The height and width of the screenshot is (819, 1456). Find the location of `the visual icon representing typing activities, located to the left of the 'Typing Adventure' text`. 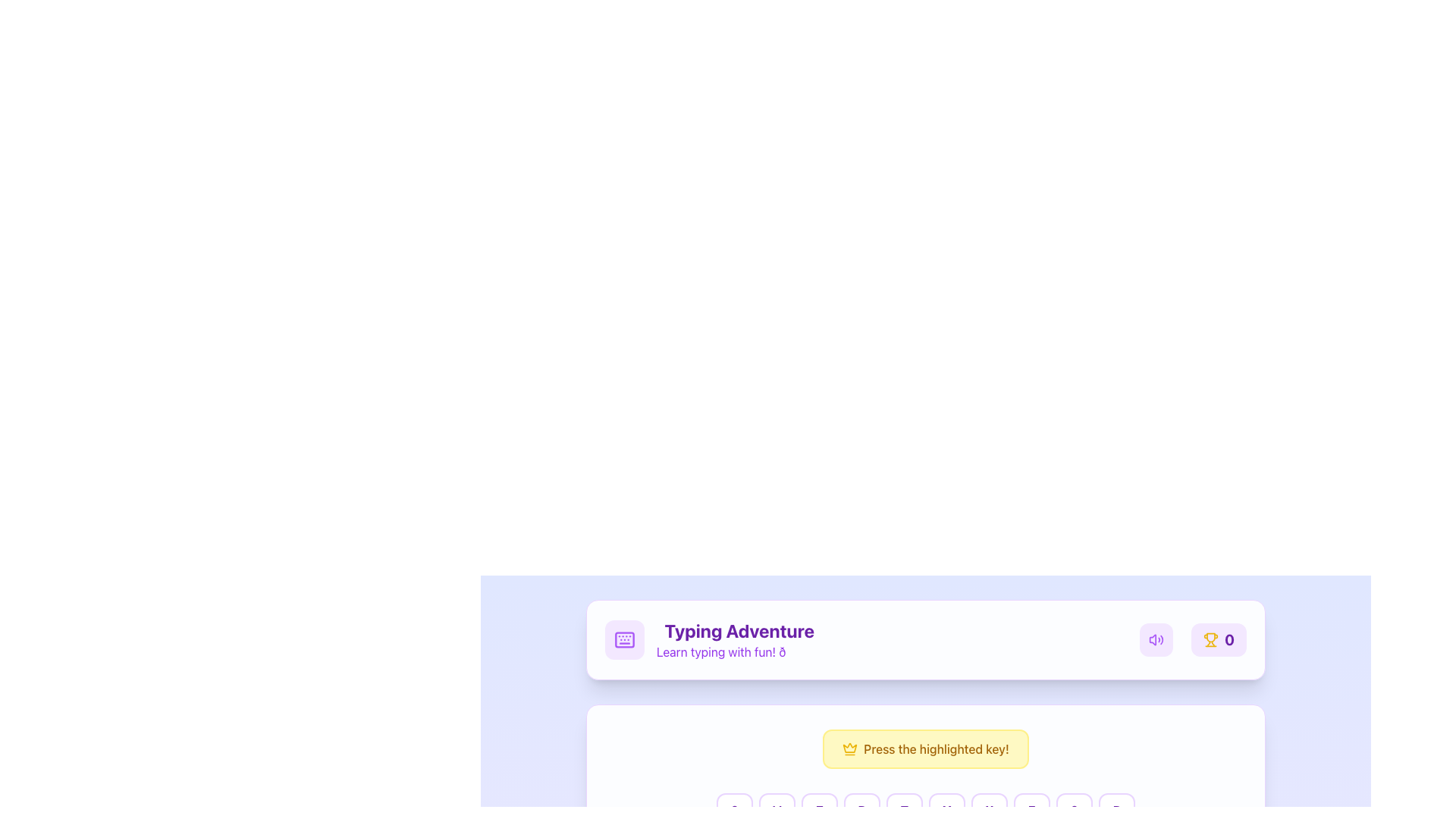

the visual icon representing typing activities, located to the left of the 'Typing Adventure' text is located at coordinates (625, 640).